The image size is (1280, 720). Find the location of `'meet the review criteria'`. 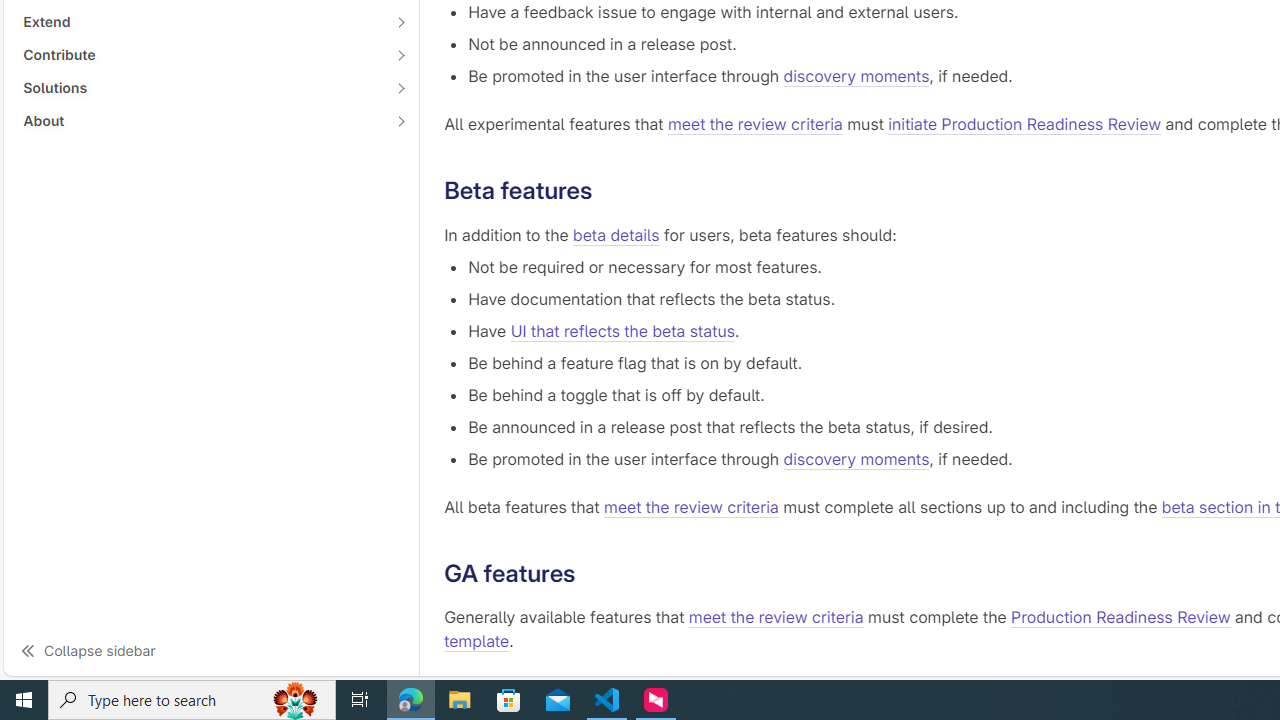

'meet the review criteria' is located at coordinates (775, 617).